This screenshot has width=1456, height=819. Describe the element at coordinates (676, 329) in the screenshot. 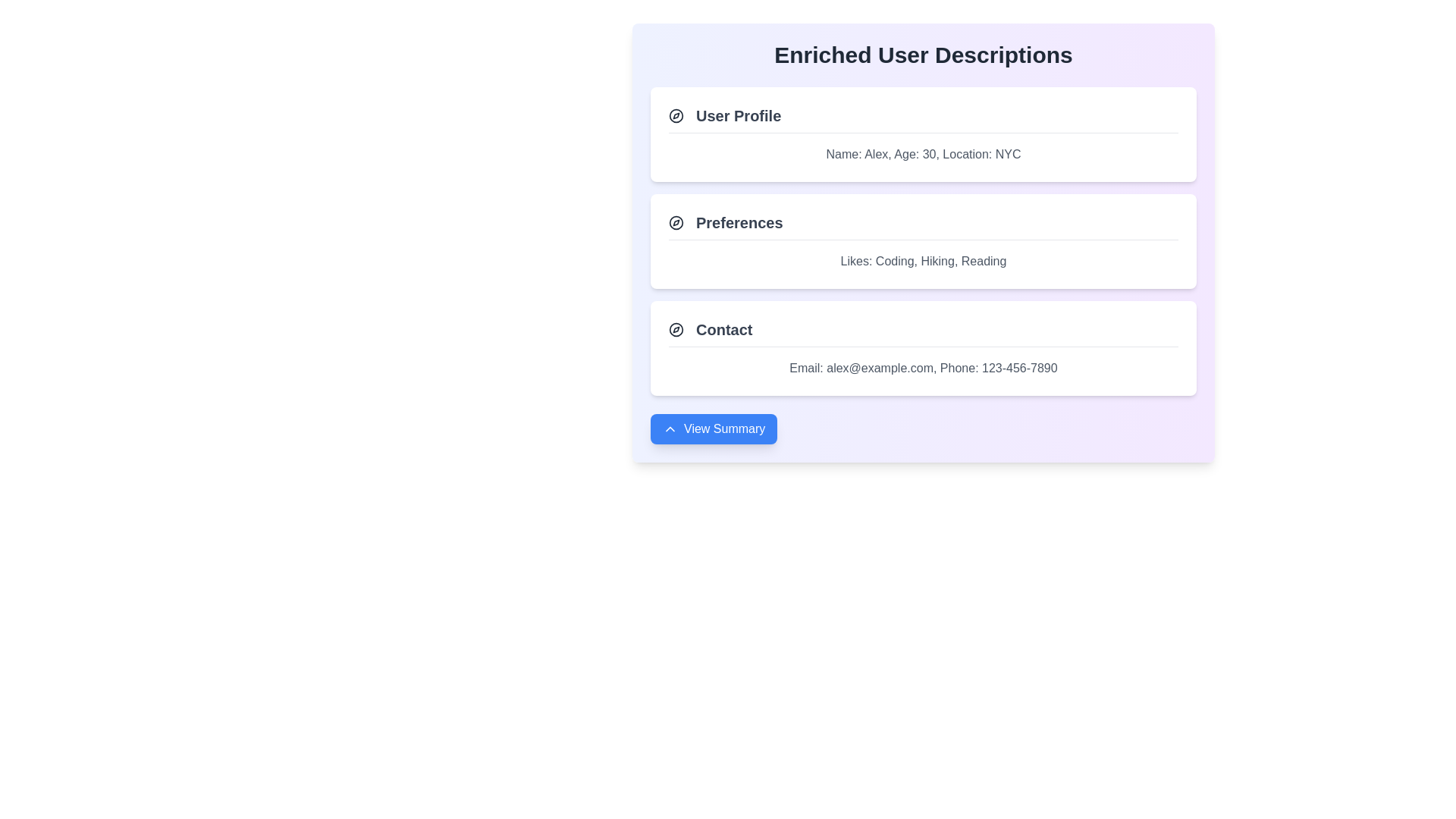

I see `the compass icon located in the 'Contact' section, which is positioned to the left of the section title 'Contact'` at that location.